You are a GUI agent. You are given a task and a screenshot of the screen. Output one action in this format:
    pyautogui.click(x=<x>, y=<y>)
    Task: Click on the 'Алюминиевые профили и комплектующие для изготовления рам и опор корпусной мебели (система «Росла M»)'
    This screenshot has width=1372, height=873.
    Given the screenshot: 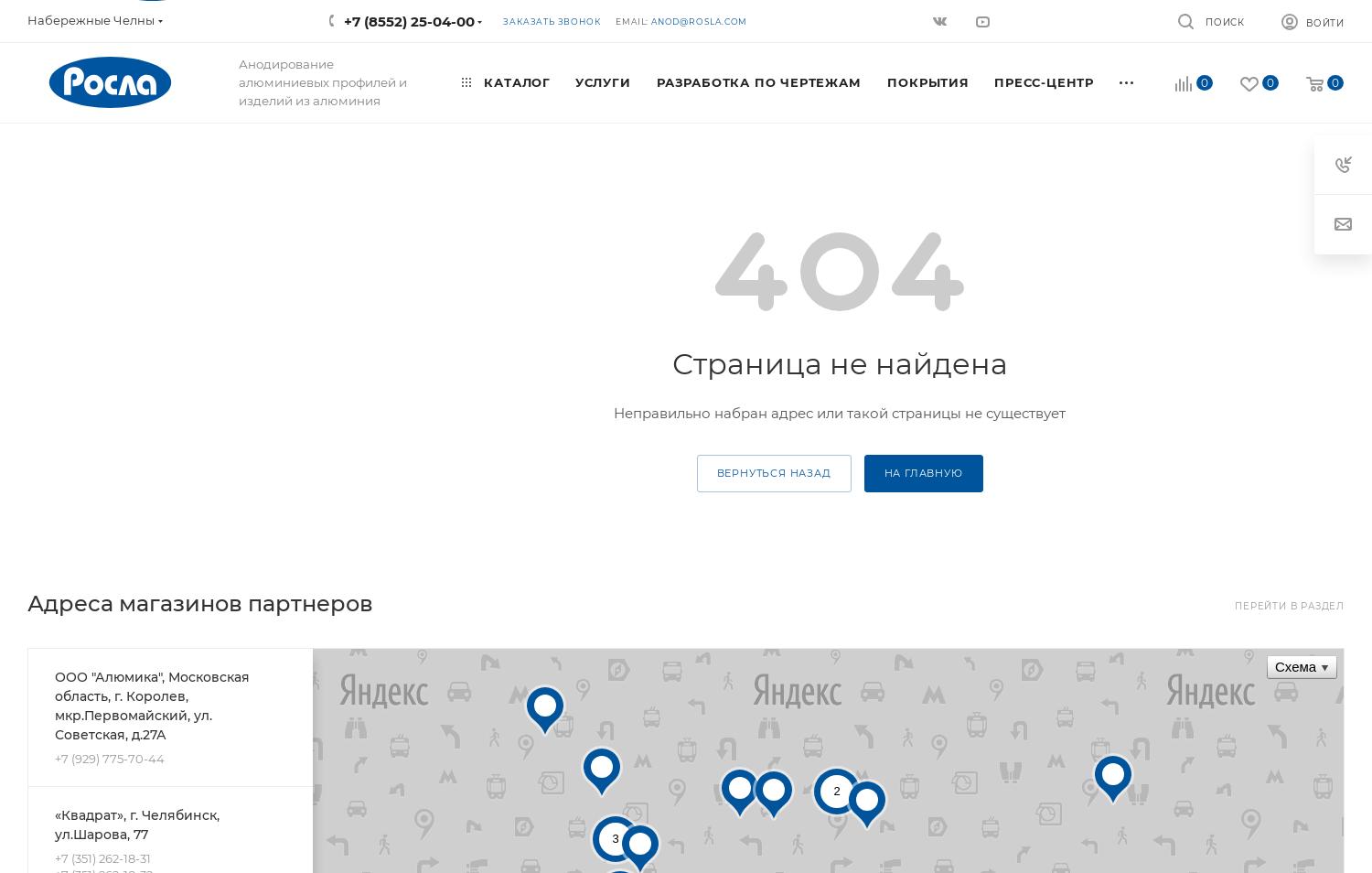 What is the action you would take?
    pyautogui.click(x=1117, y=242)
    